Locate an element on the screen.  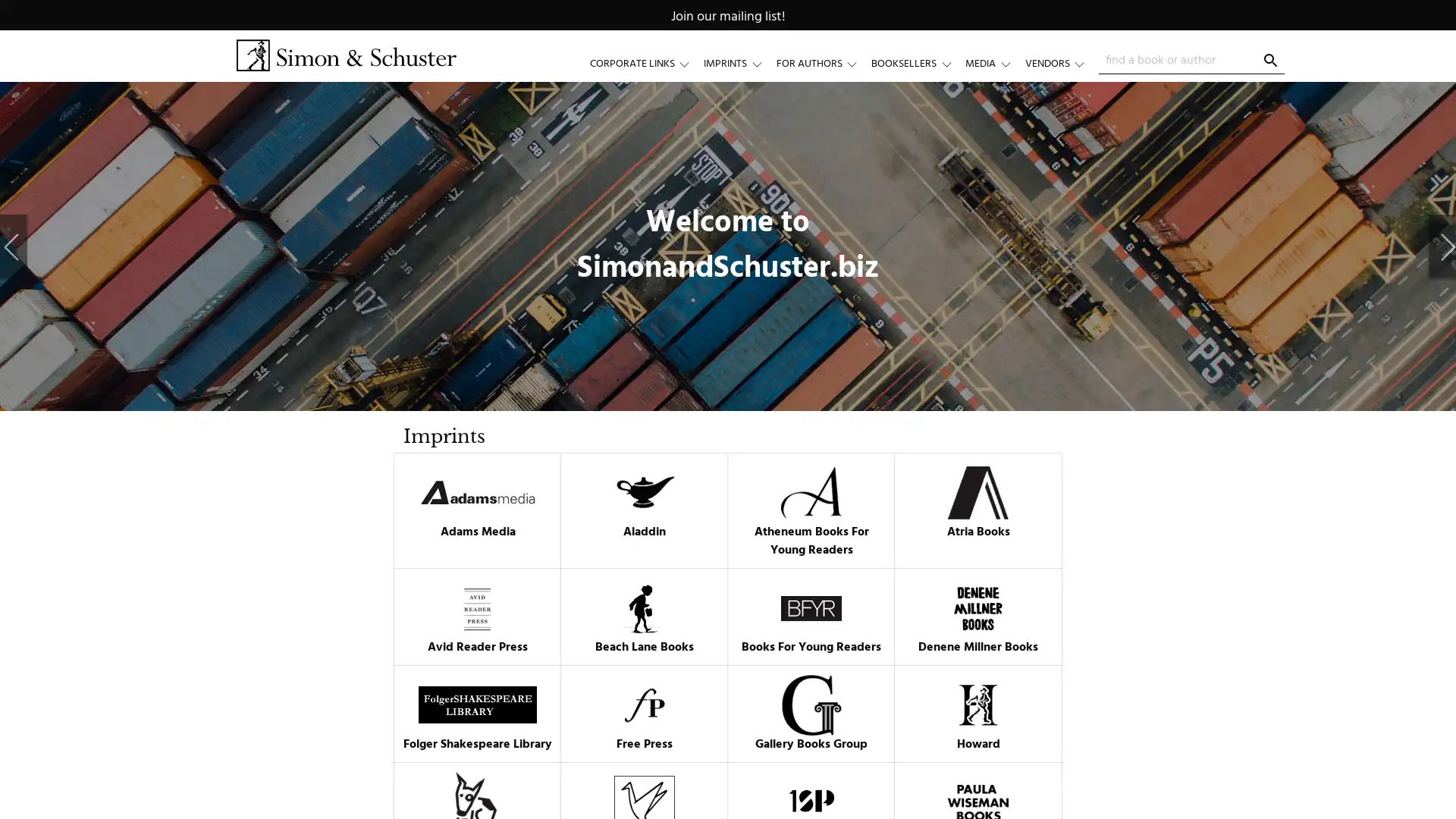
FOR AUTHORS is located at coordinates (822, 63).